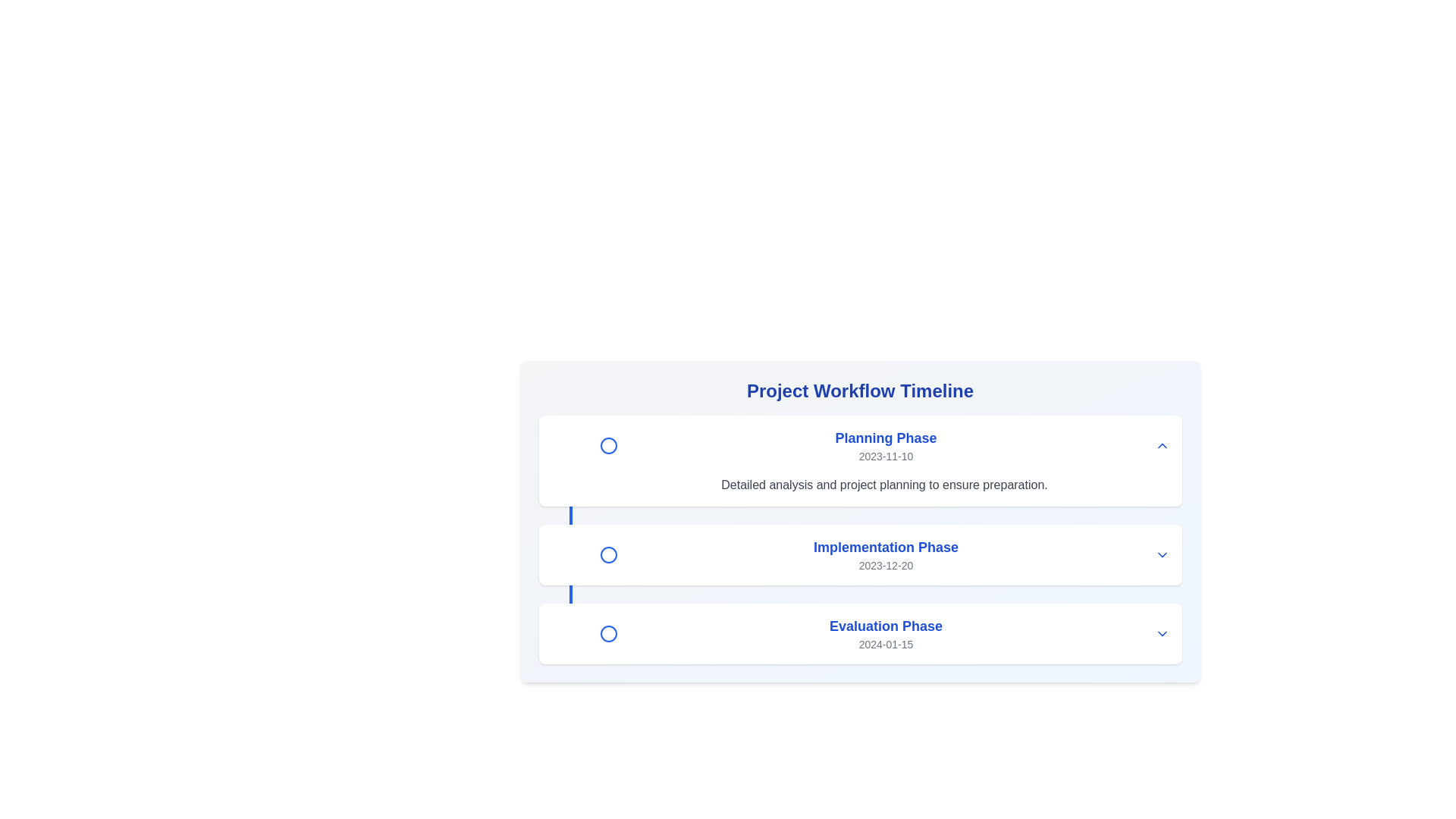 Image resolution: width=1456 pixels, height=819 pixels. I want to click on the bold title 'Planning Phase' displayed in blue, so click(886, 438).